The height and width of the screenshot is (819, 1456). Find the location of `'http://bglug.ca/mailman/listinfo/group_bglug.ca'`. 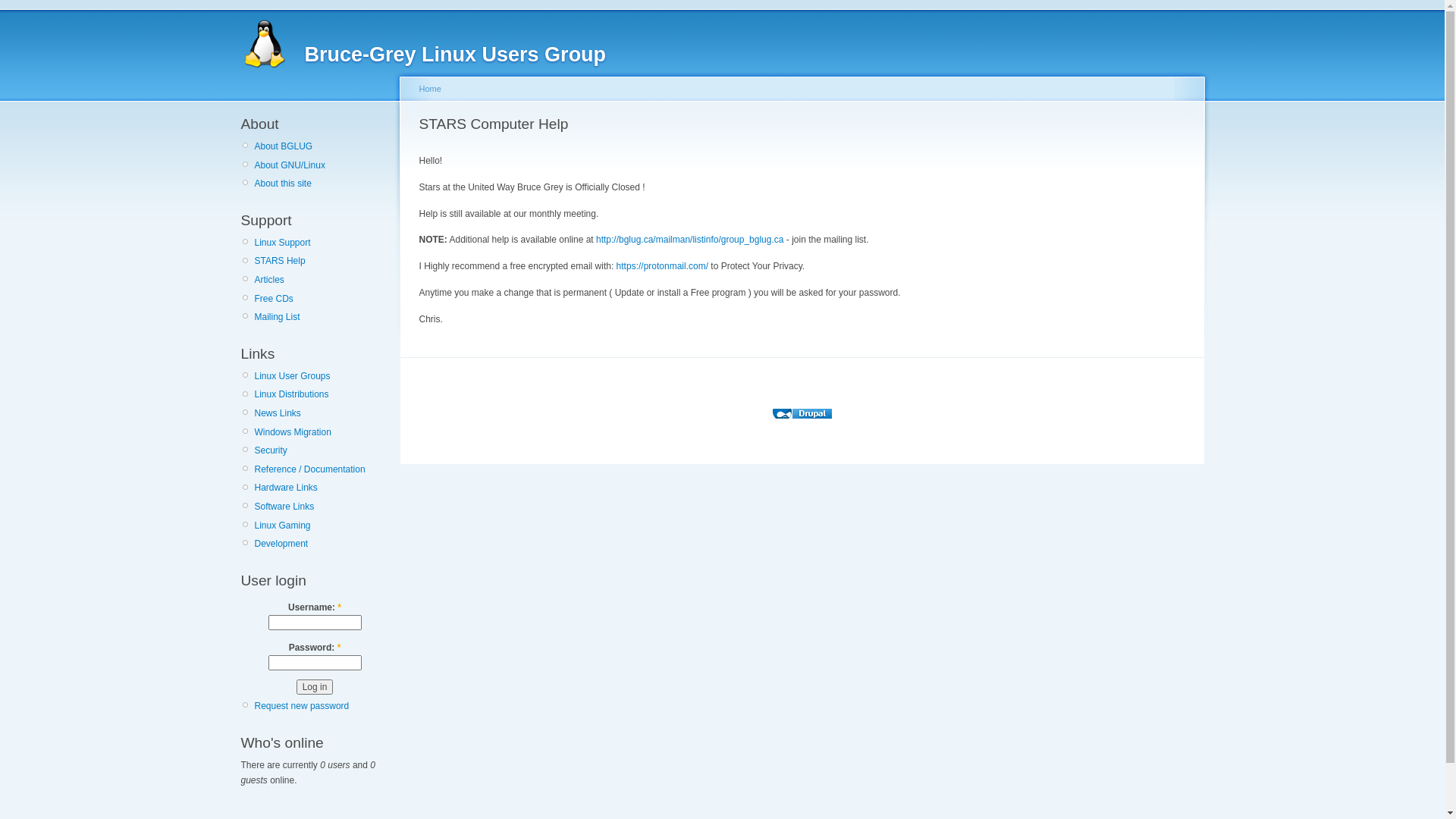

'http://bglug.ca/mailman/listinfo/group_bglug.ca' is located at coordinates (689, 239).